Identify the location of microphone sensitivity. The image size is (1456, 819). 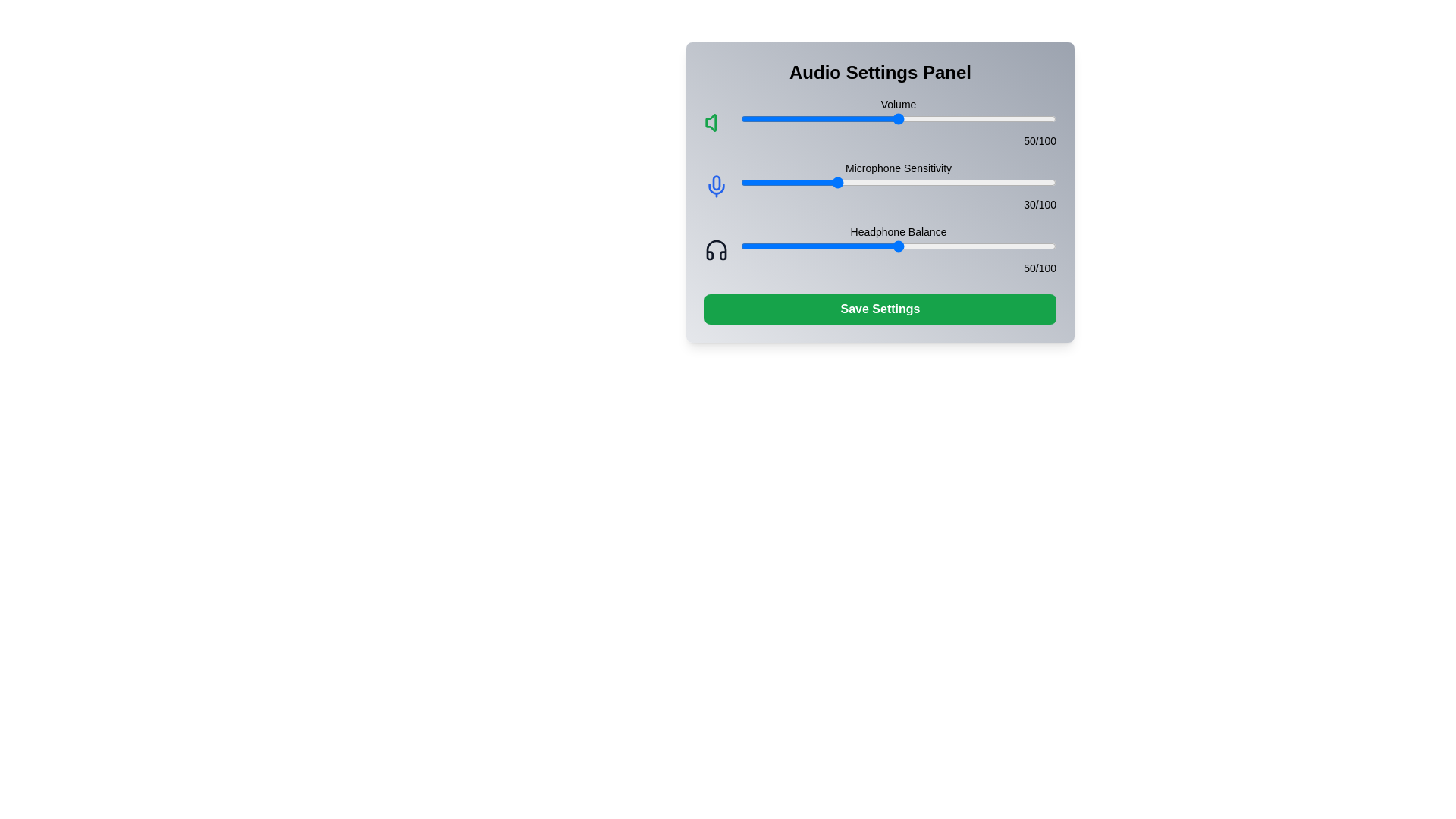
(822, 181).